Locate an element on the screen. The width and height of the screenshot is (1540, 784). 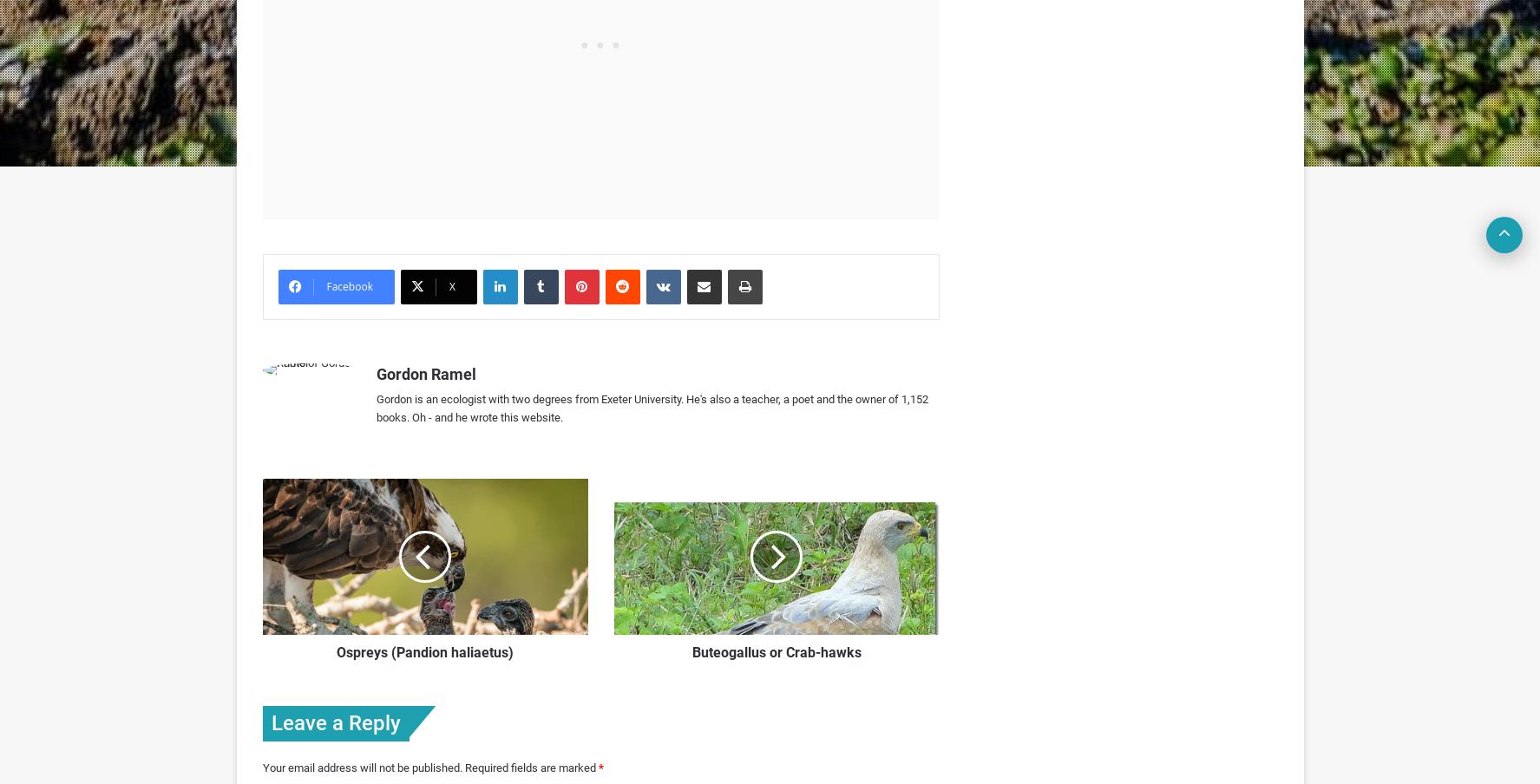
'Leave a Reply' is located at coordinates (334, 722).